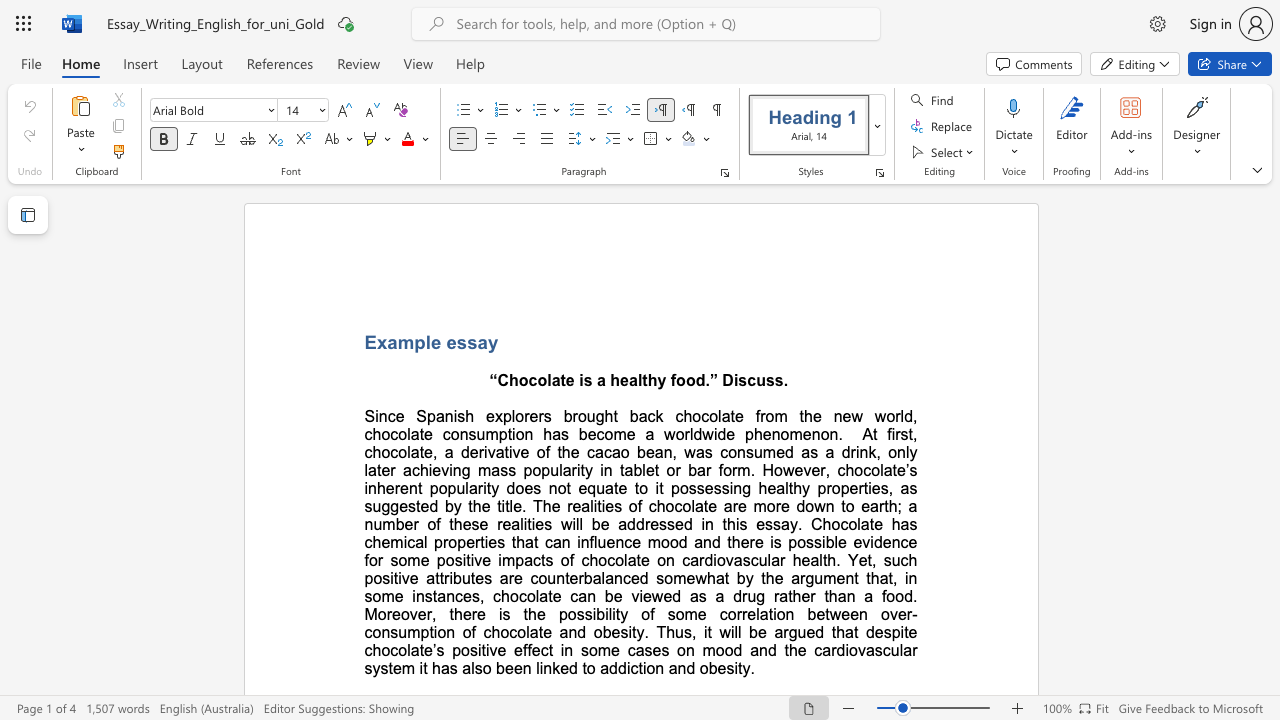 Image resolution: width=1280 pixels, height=720 pixels. What do you see at coordinates (670, 488) in the screenshot?
I see `the subset text "possessi" within the text "possessing"` at bounding box center [670, 488].